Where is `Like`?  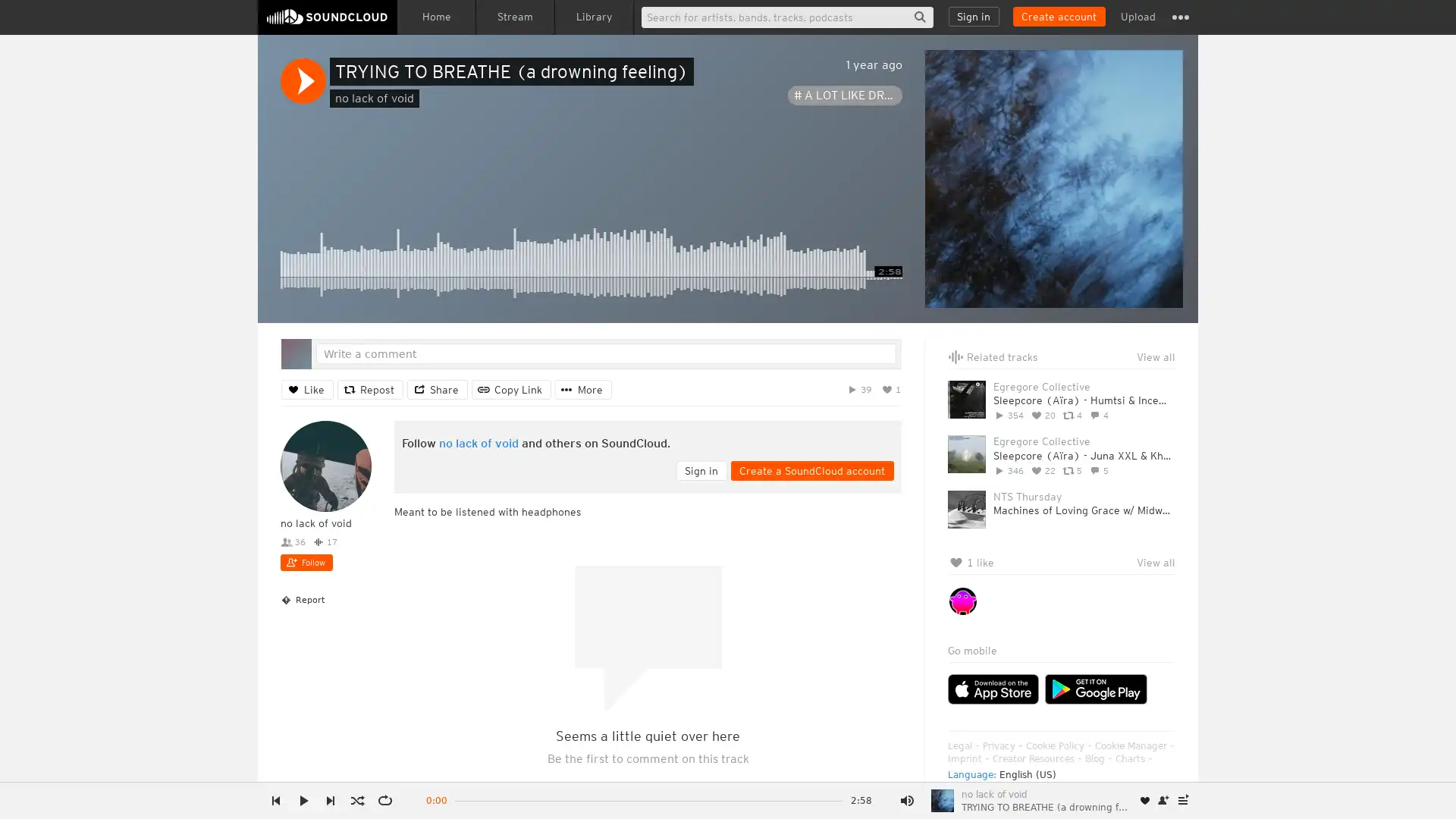 Like is located at coordinates (1145, 800).